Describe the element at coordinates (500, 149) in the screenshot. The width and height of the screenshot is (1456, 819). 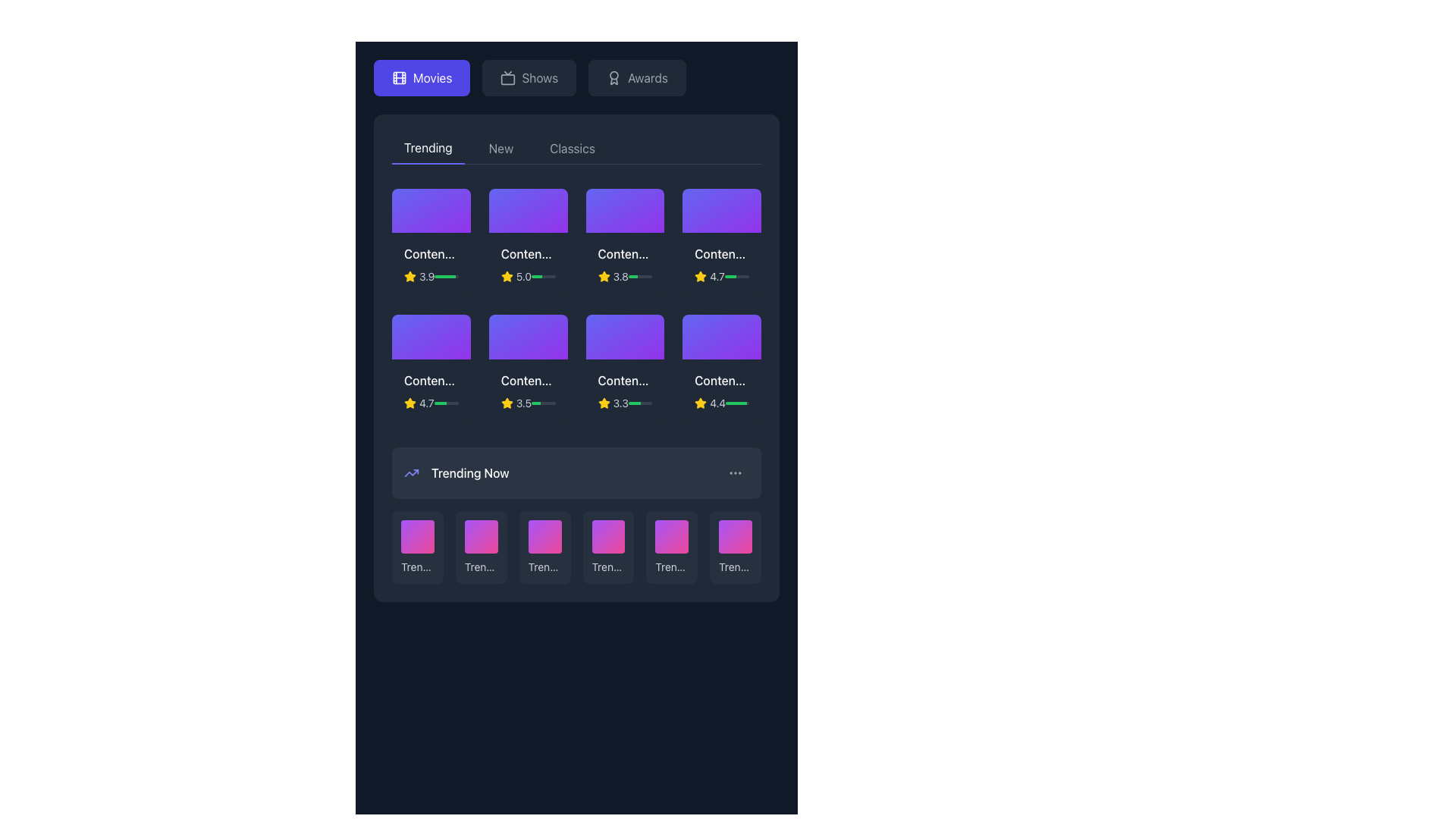
I see `the navigation tab located between the 'Trending' and 'Classics' tabs` at that location.